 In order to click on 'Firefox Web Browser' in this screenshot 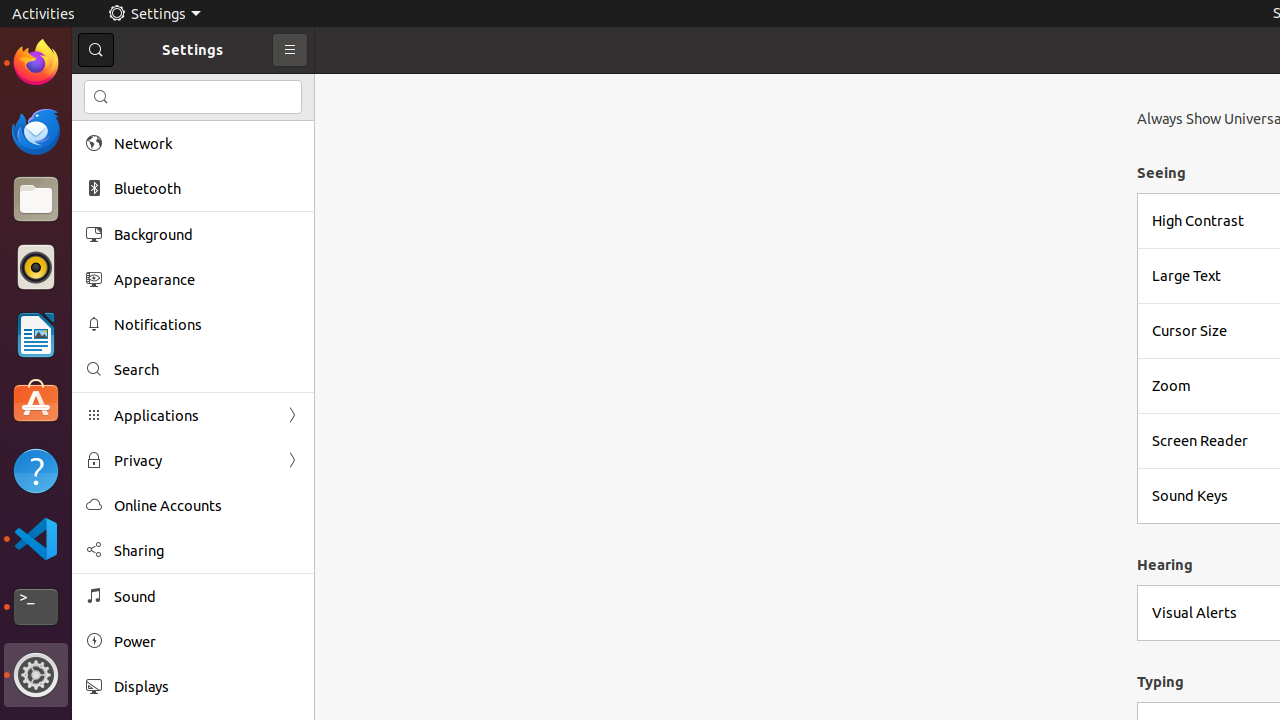, I will do `click(35, 61)`.